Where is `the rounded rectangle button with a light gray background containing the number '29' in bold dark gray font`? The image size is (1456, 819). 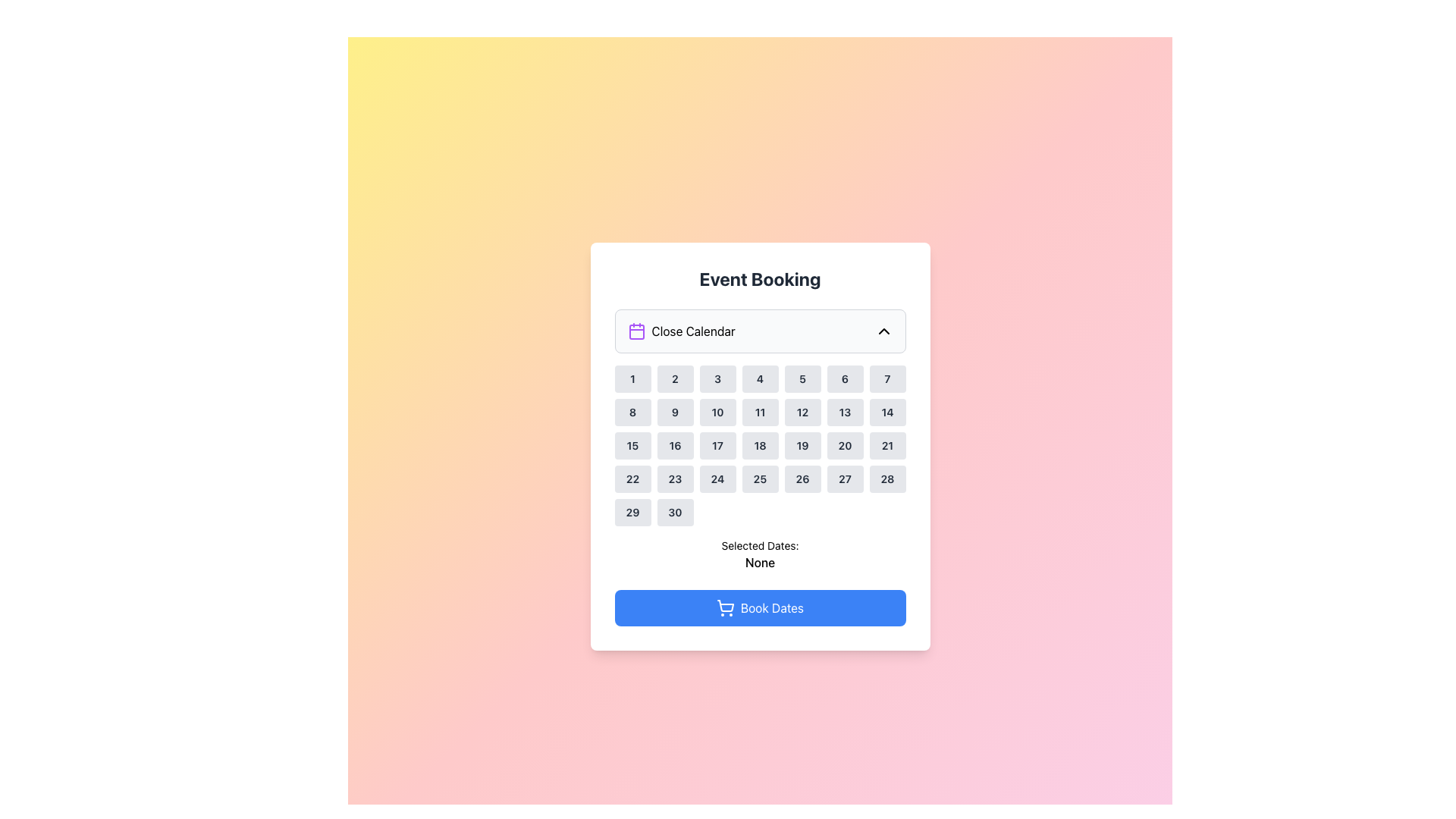
the rounded rectangle button with a light gray background containing the number '29' in bold dark gray font is located at coordinates (632, 512).